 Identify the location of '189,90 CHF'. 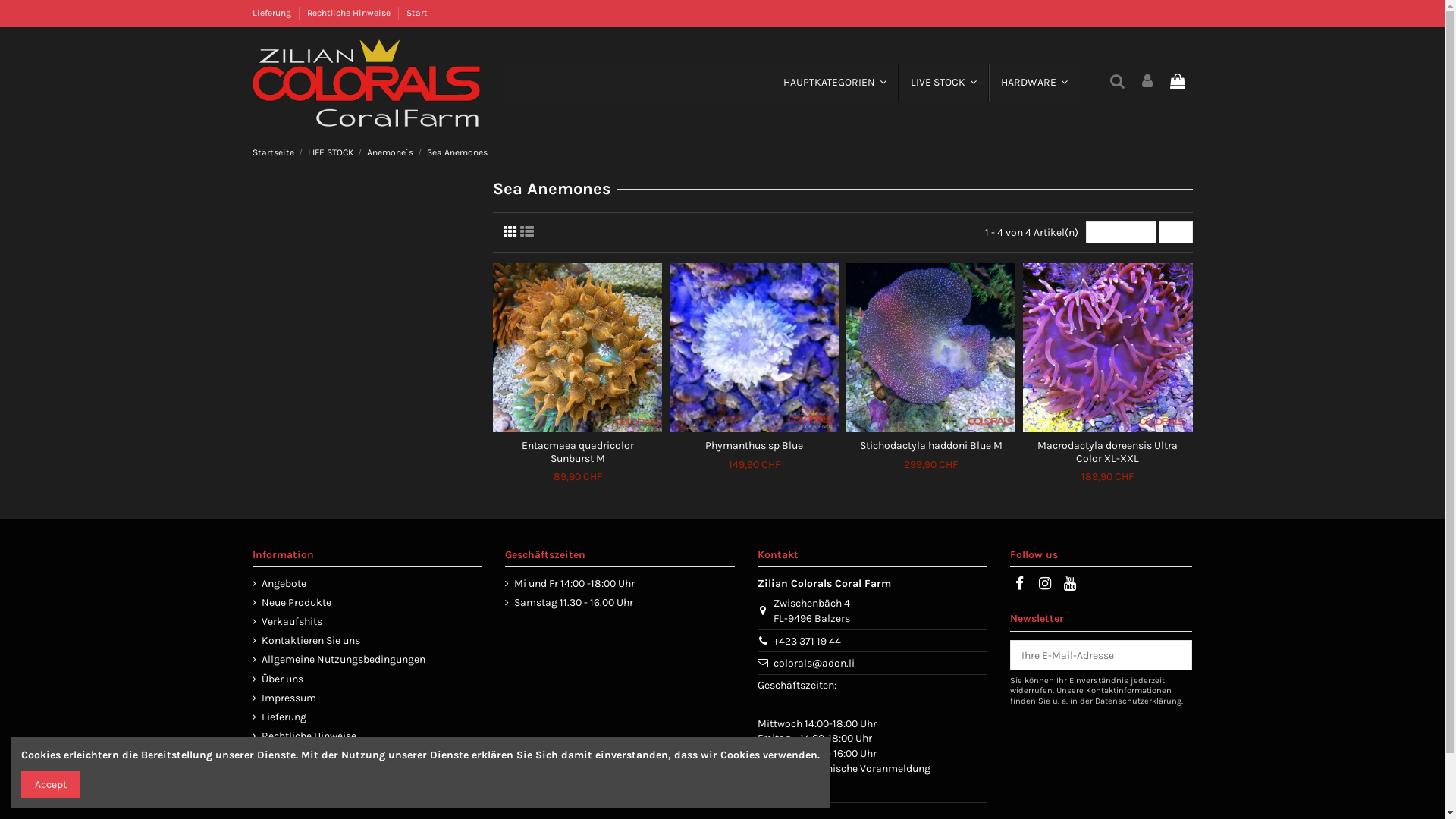
(1107, 475).